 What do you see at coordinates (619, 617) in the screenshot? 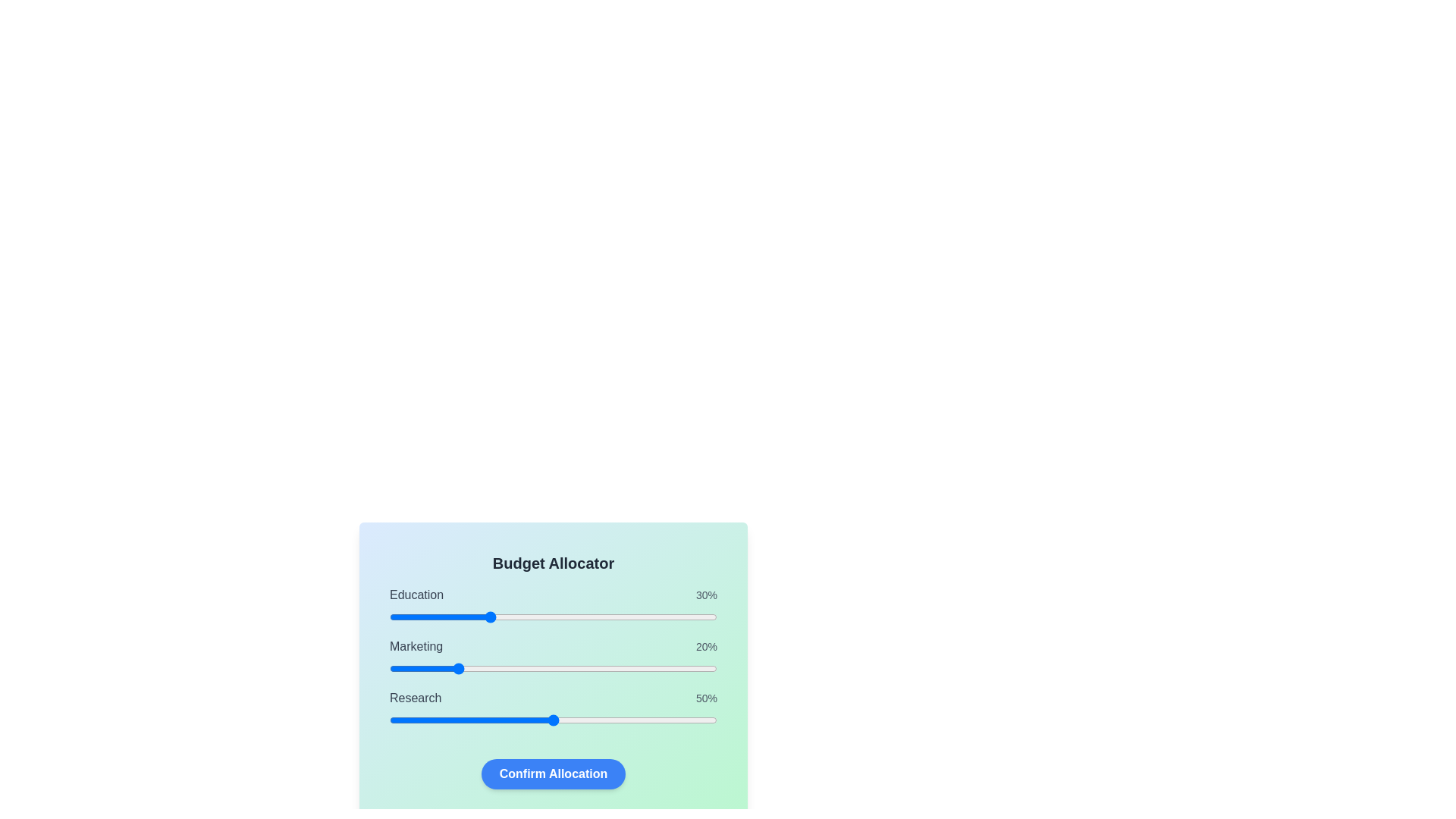
I see `the Education slider to 70%` at bounding box center [619, 617].